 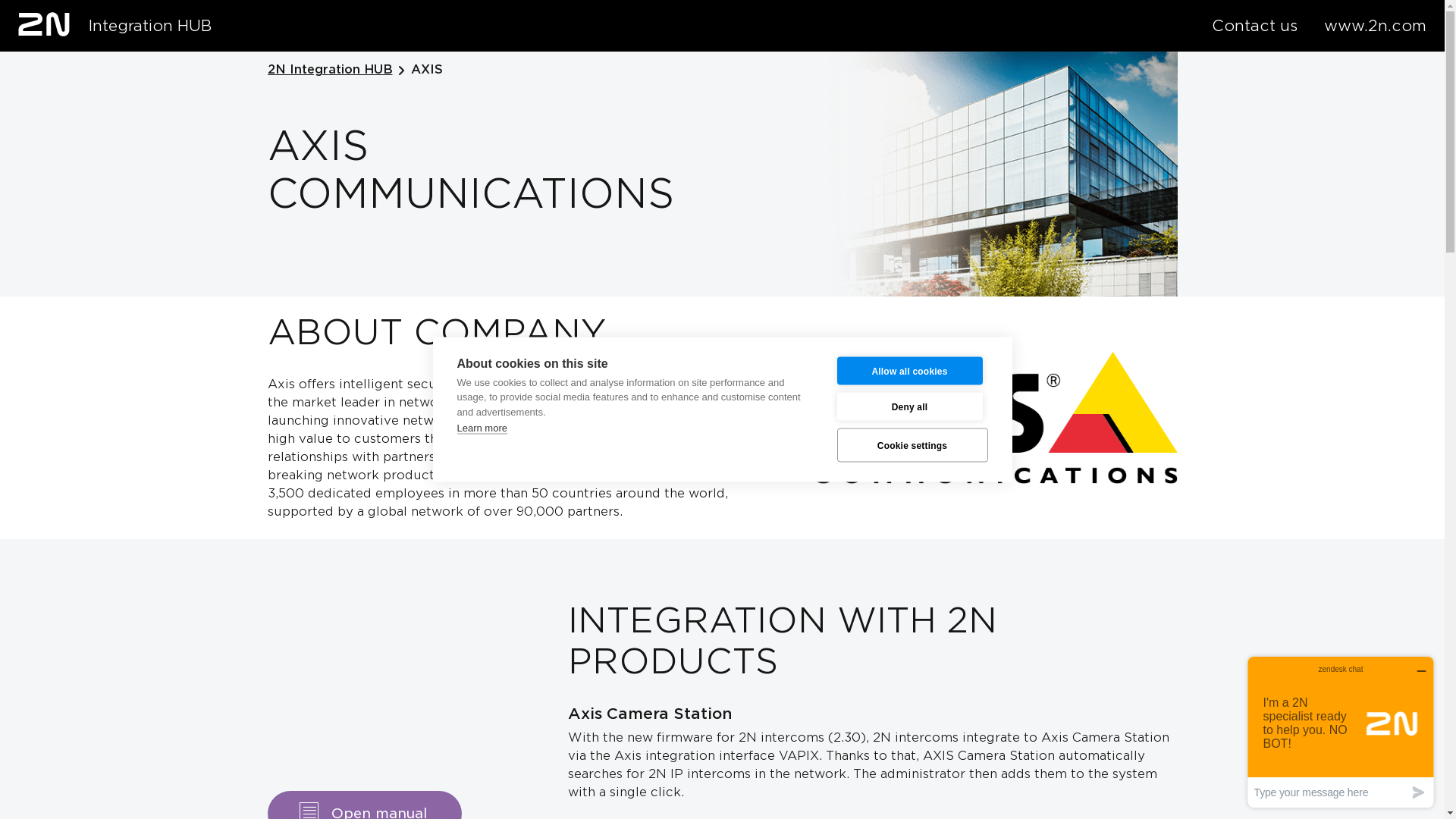 I want to click on 'Cookie settings', so click(x=912, y=444).